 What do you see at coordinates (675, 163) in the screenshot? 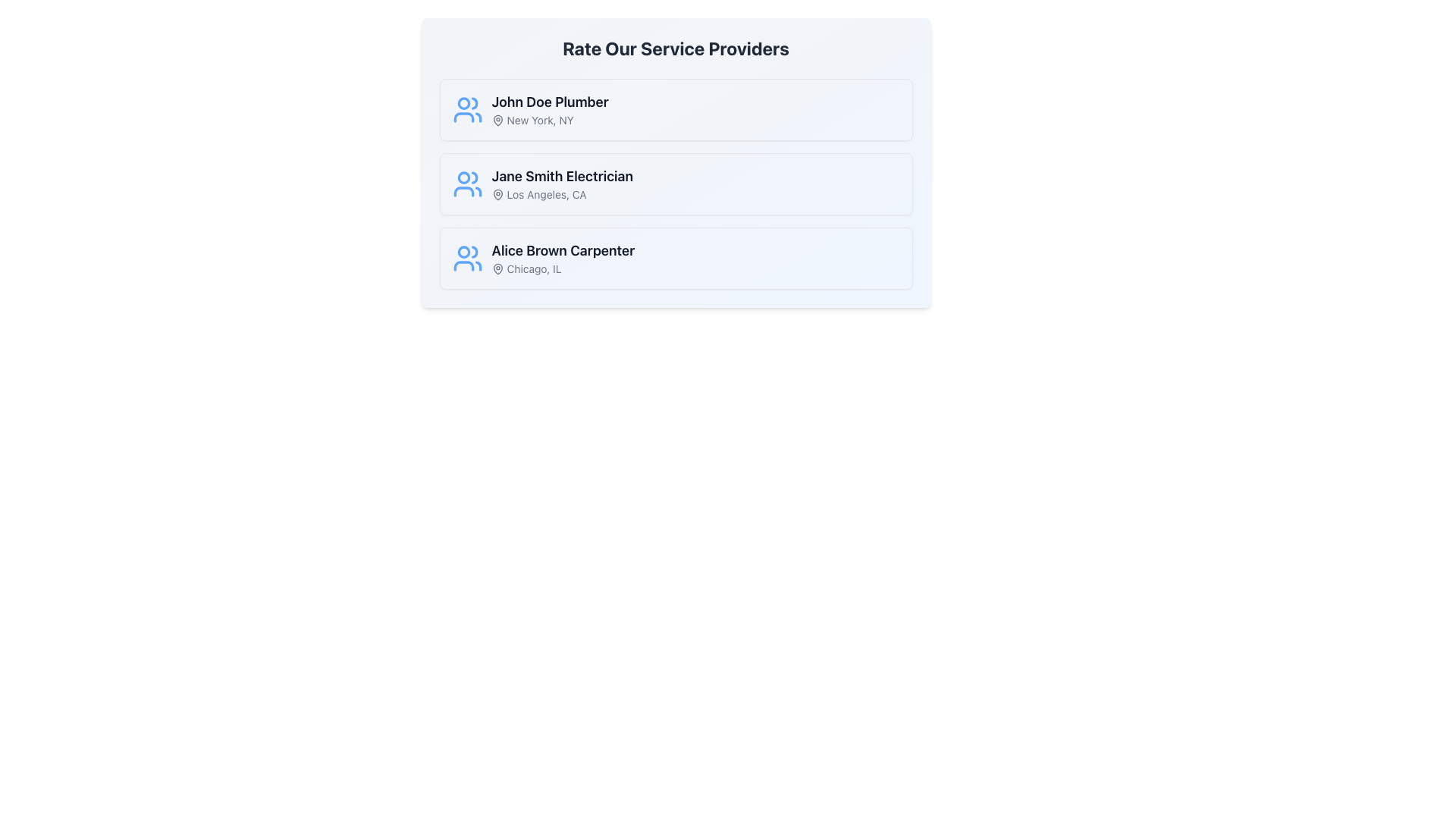
I see `the Information Card displaying 'Jane Smith', an Electrician from Los Angeles, CA, which is the second card in the list of service providers` at bounding box center [675, 163].